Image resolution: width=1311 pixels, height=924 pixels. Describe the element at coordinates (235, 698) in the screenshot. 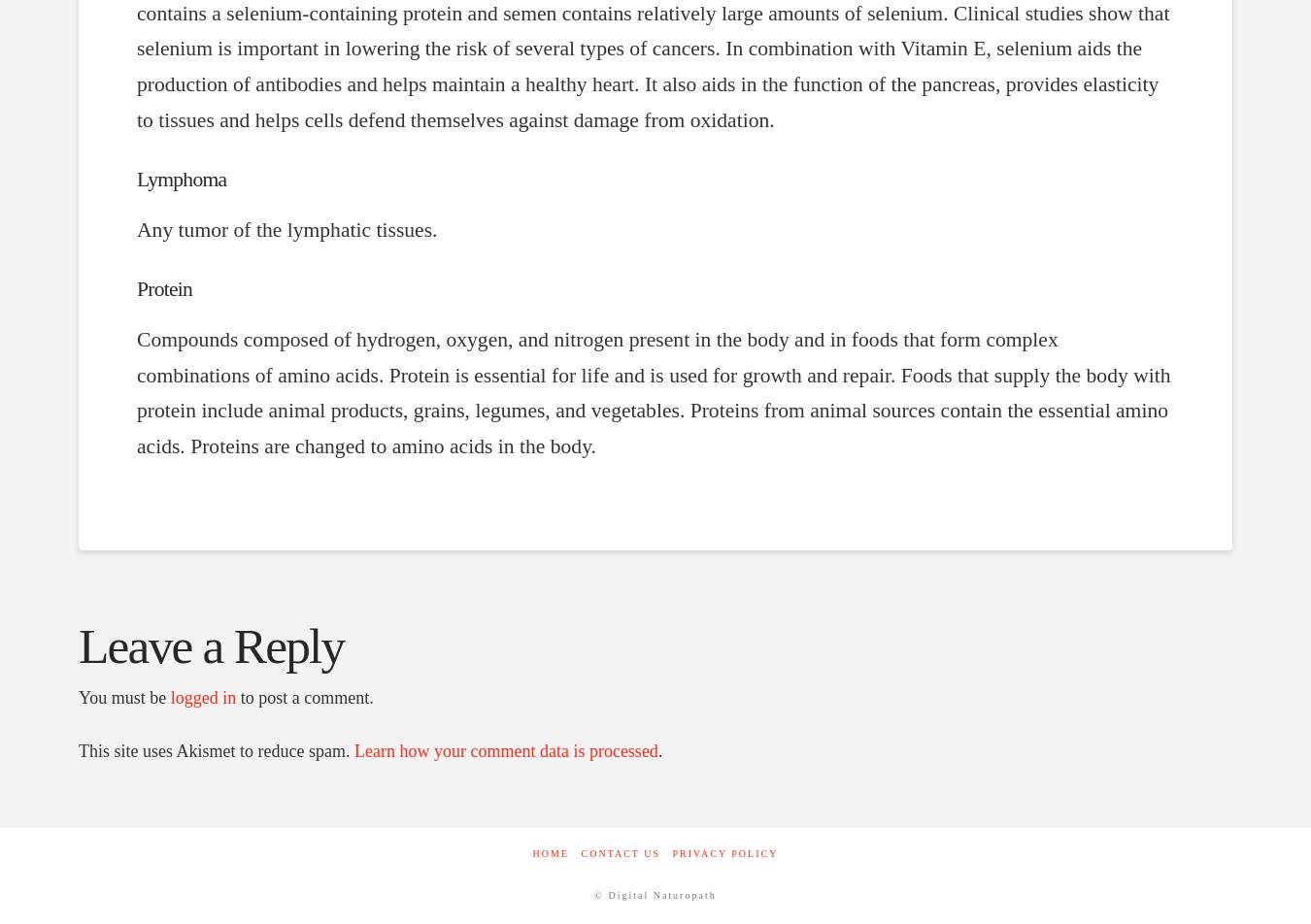

I see `'to post a comment.'` at that location.